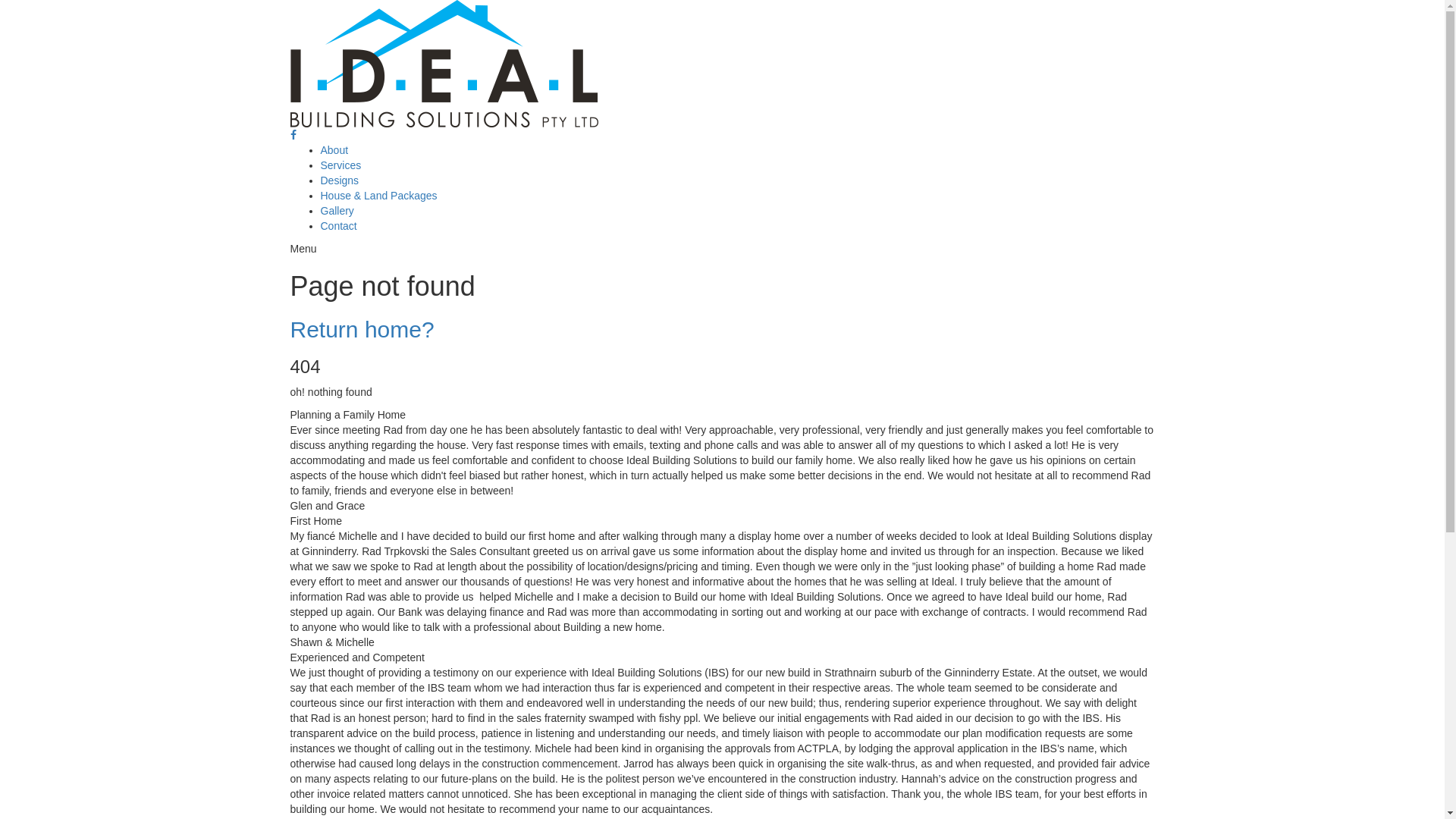  Describe the element at coordinates (319, 210) in the screenshot. I see `'Gallery'` at that location.